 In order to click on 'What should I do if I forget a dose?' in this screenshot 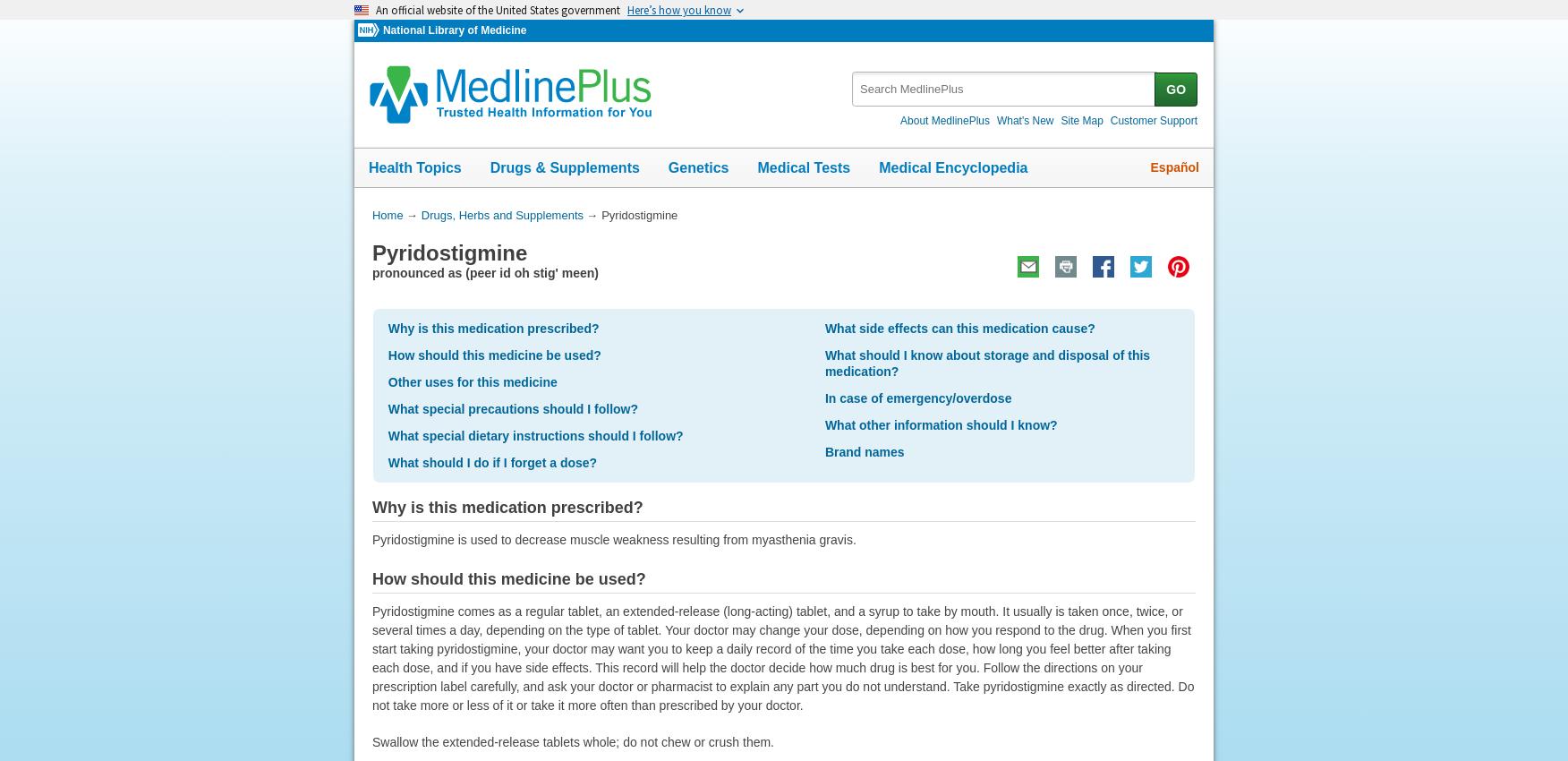, I will do `click(490, 461)`.